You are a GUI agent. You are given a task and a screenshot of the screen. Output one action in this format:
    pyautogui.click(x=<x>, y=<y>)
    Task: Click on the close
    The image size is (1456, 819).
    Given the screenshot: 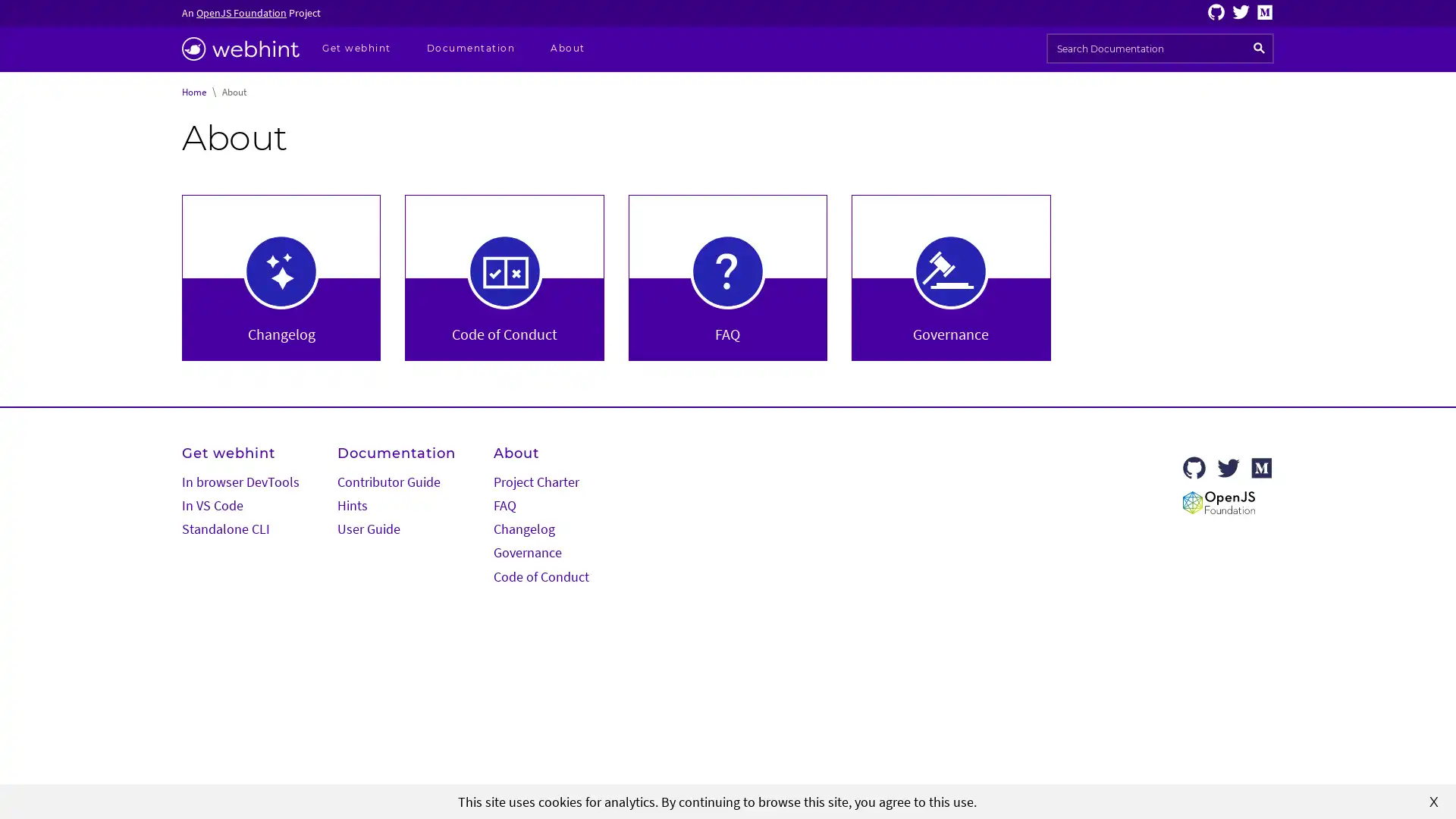 What is the action you would take?
    pyautogui.click(x=1433, y=800)
    